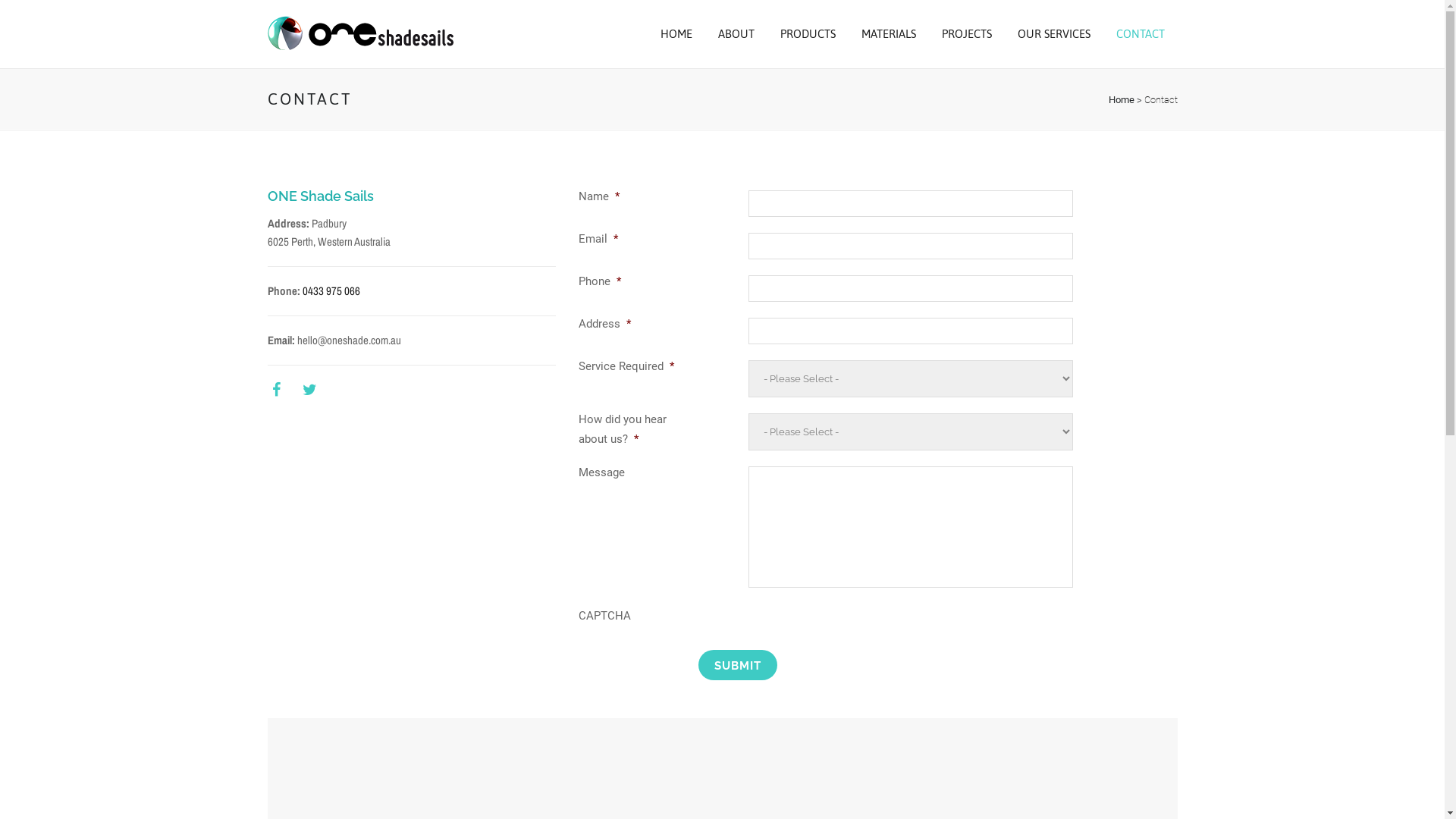 The height and width of the screenshot is (819, 1456). Describe the element at coordinates (888, 34) in the screenshot. I see `'MATERIALS'` at that location.